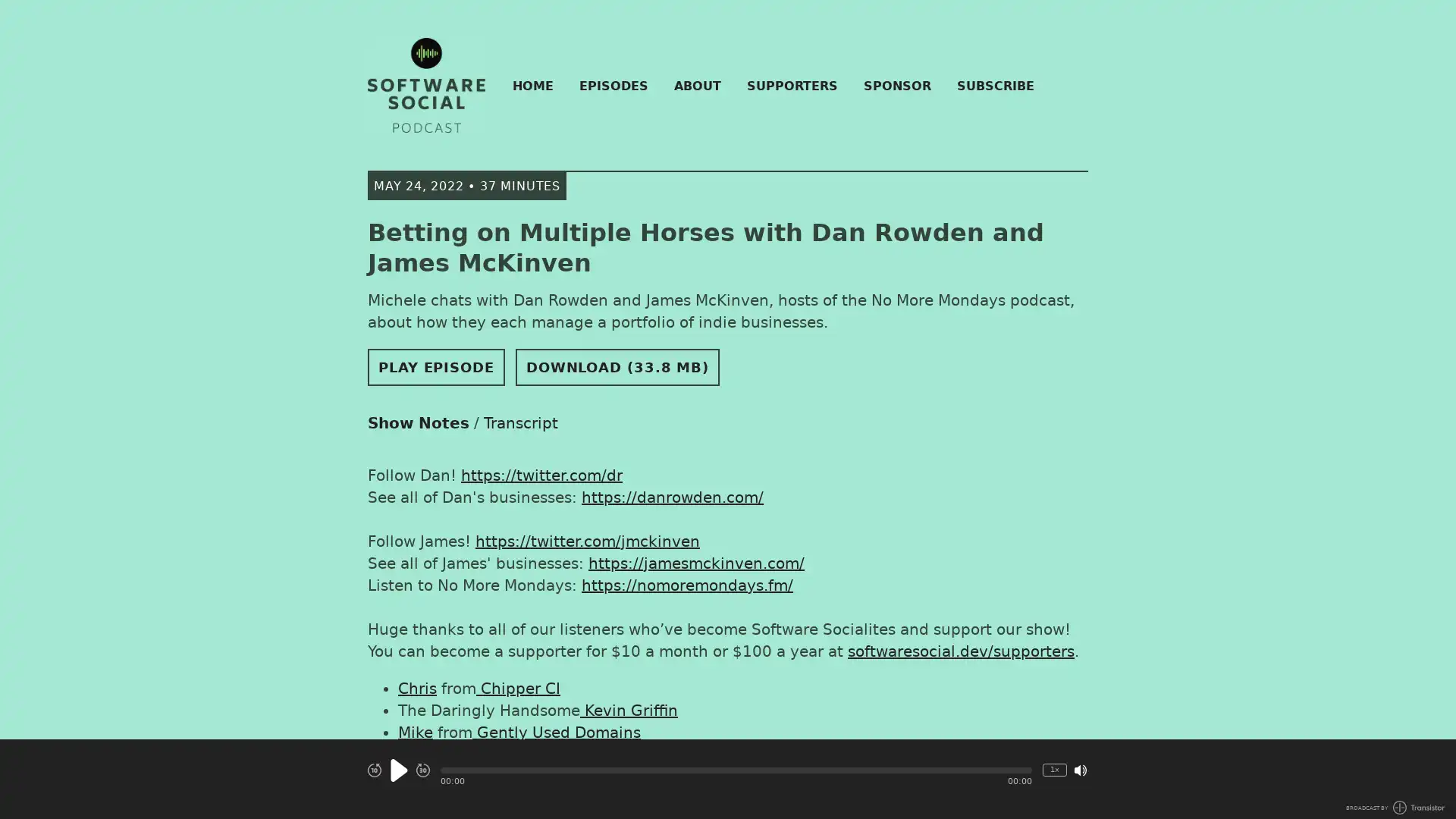 The height and width of the screenshot is (819, 1456). Describe the element at coordinates (617, 366) in the screenshot. I see `Download Episode` at that location.